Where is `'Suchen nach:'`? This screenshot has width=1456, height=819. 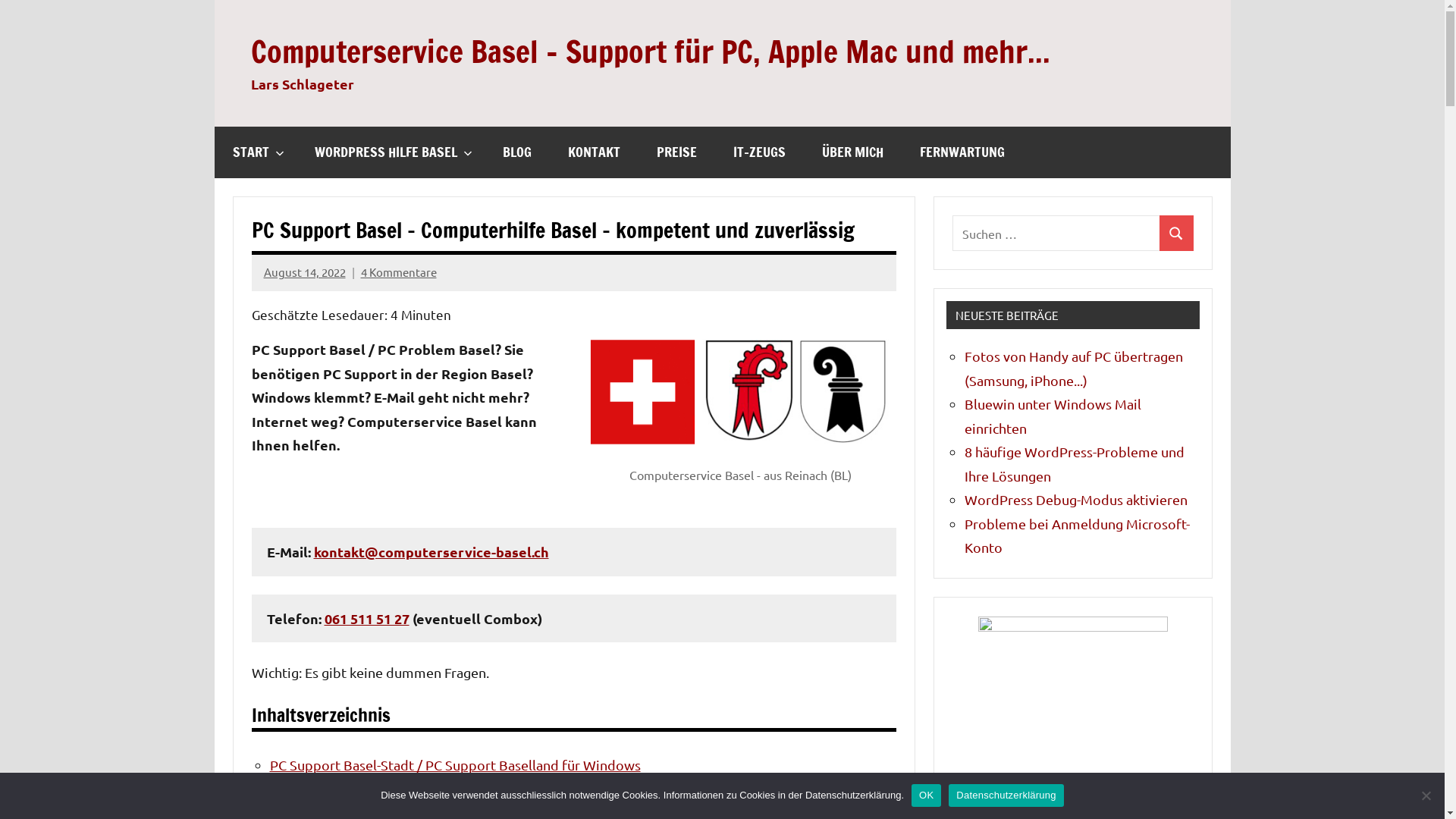 'Suchen nach:' is located at coordinates (1055, 233).